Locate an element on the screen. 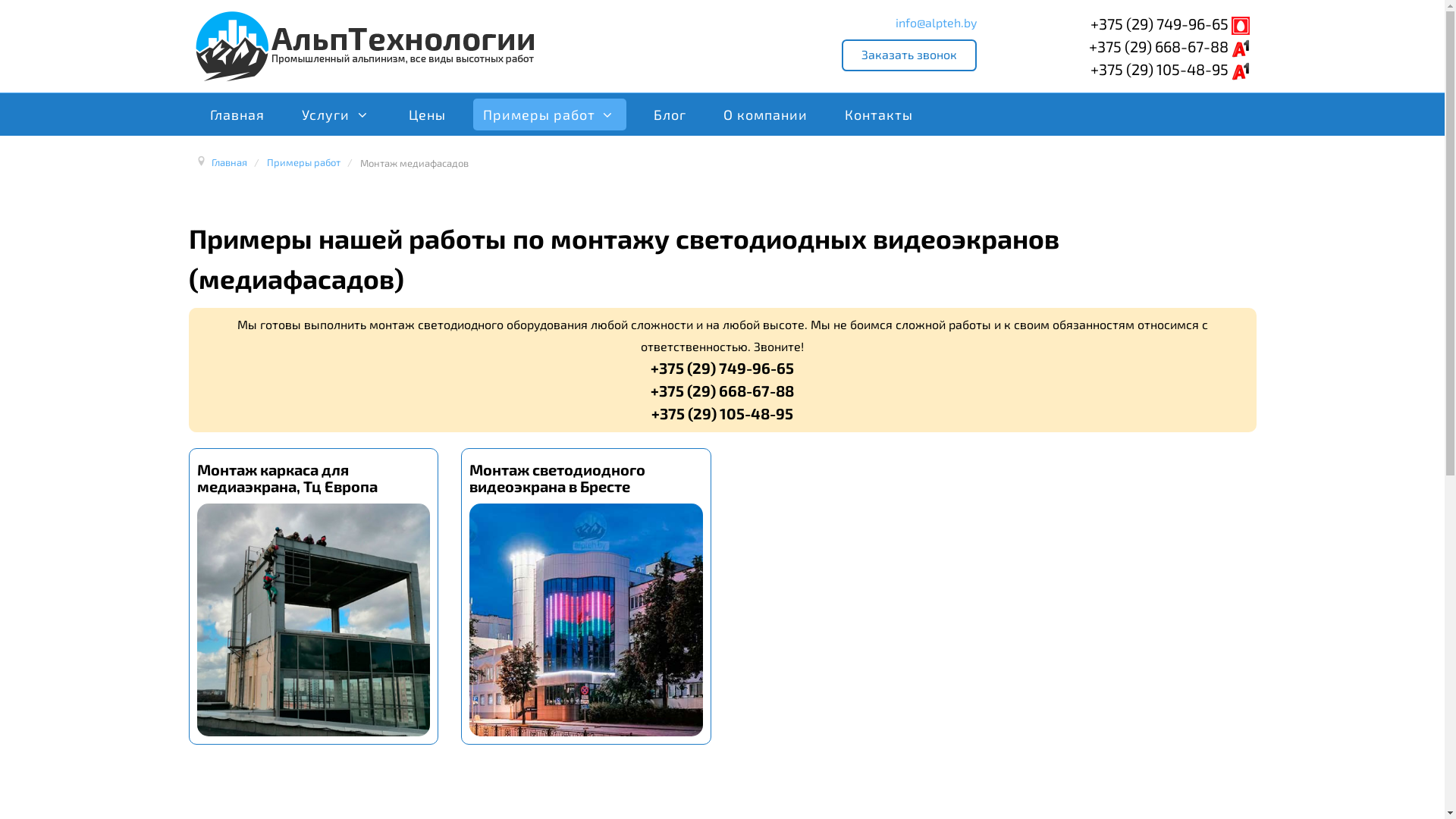  '+375 (29) 749-96-65' is located at coordinates (1169, 23).